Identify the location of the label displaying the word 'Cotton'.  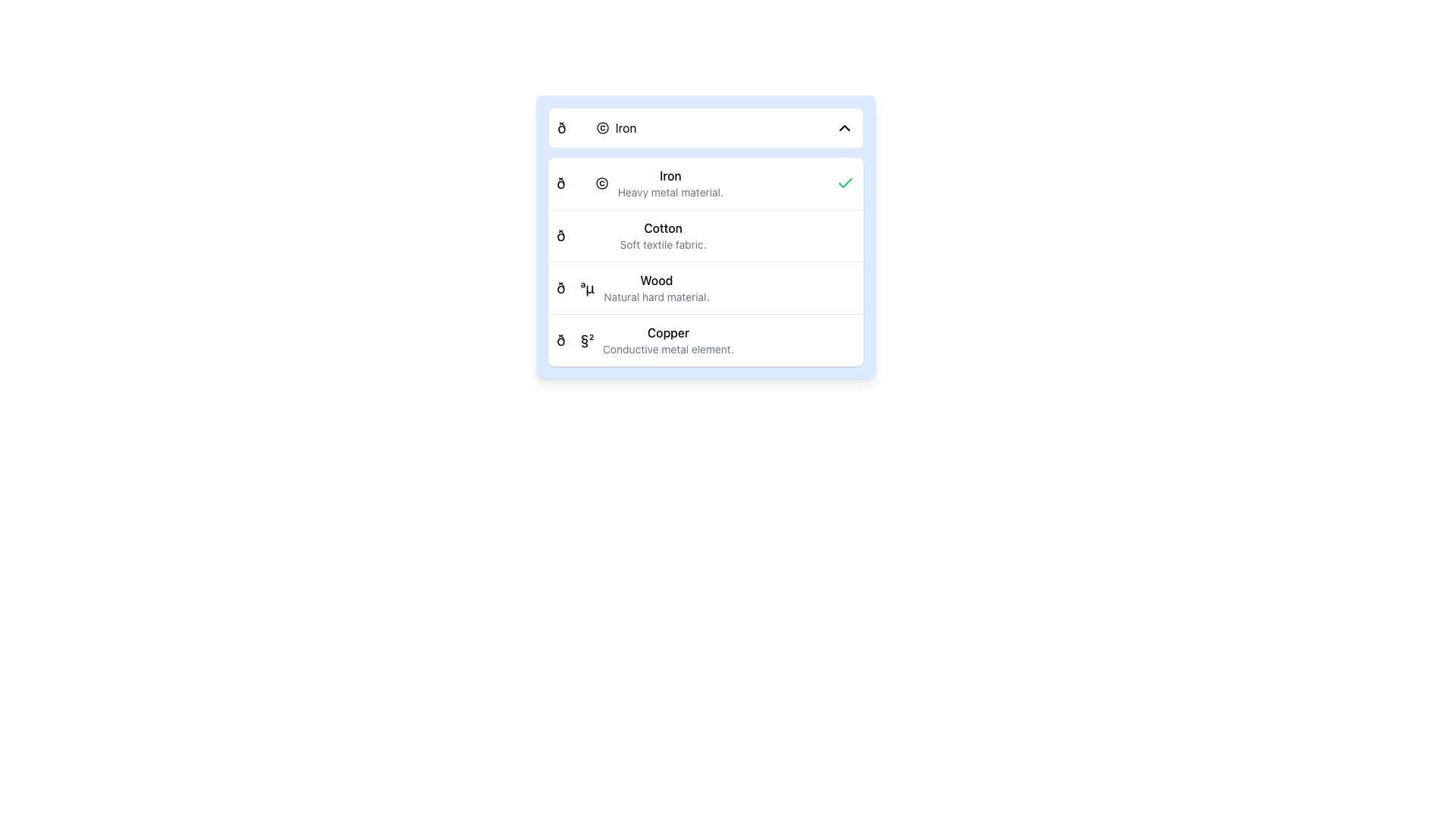
(663, 227).